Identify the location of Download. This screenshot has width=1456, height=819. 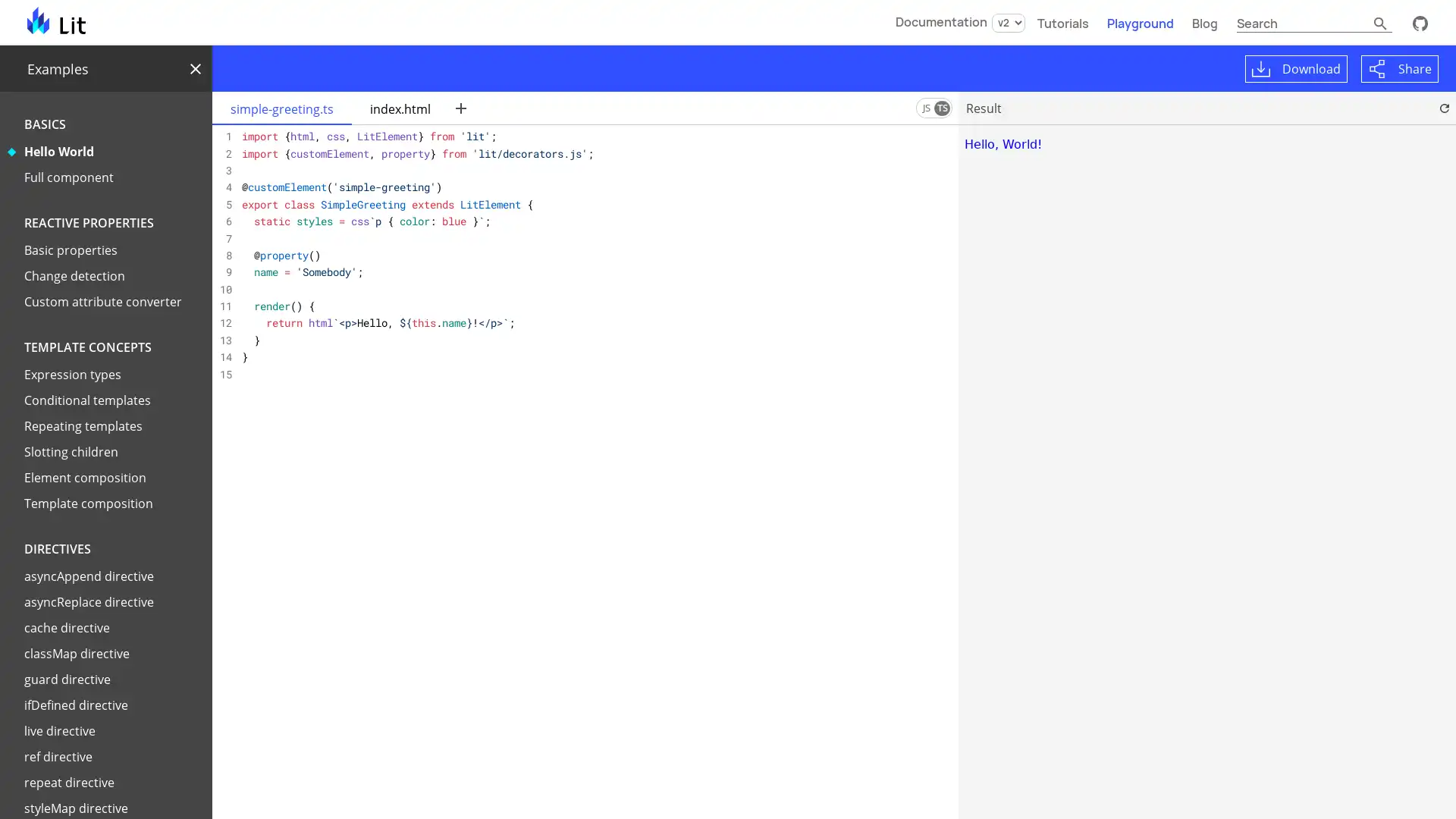
(1294, 67).